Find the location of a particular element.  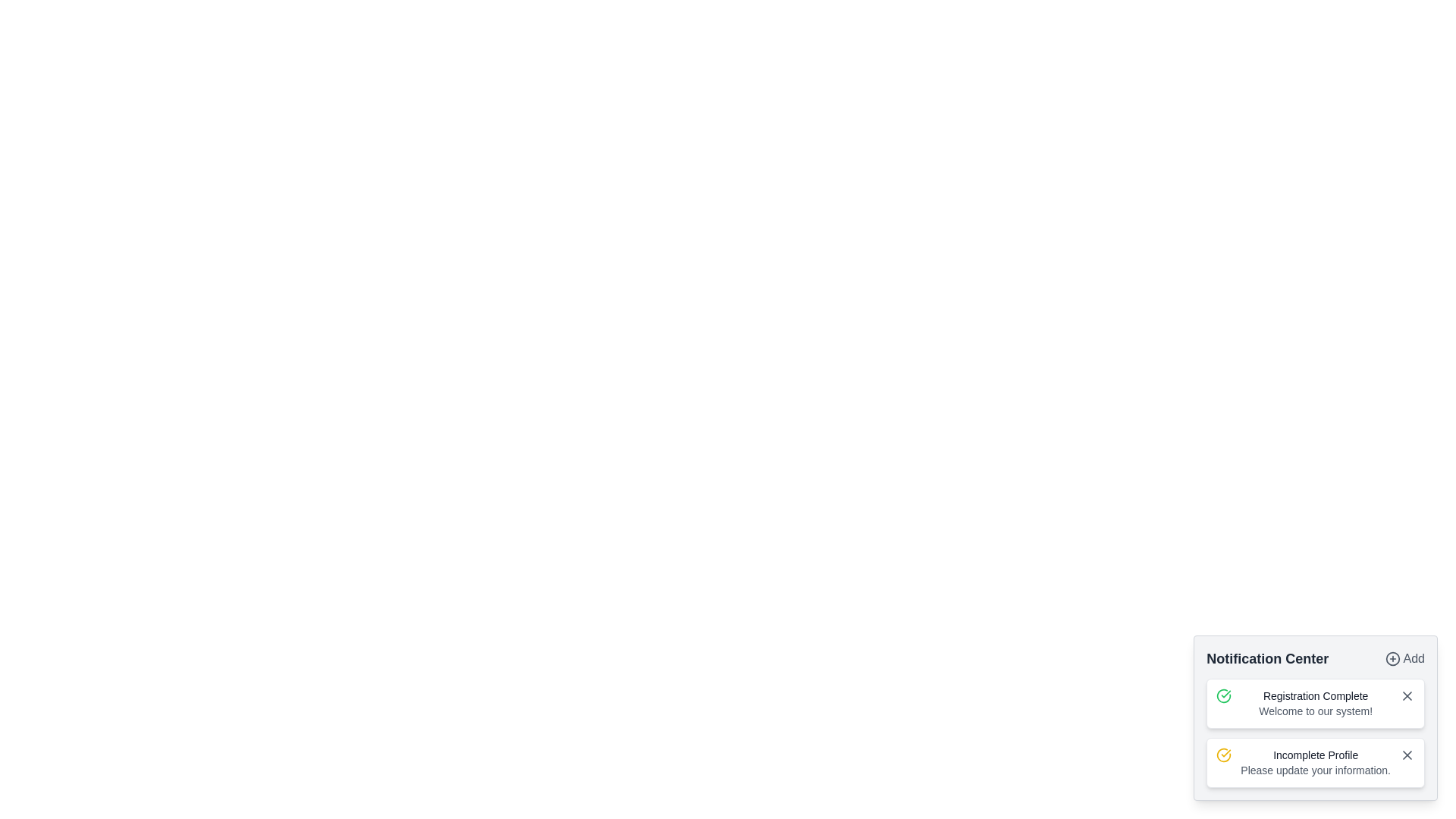

the text label indicating notifications, which is positioned on the left side of the header section is located at coordinates (1267, 657).